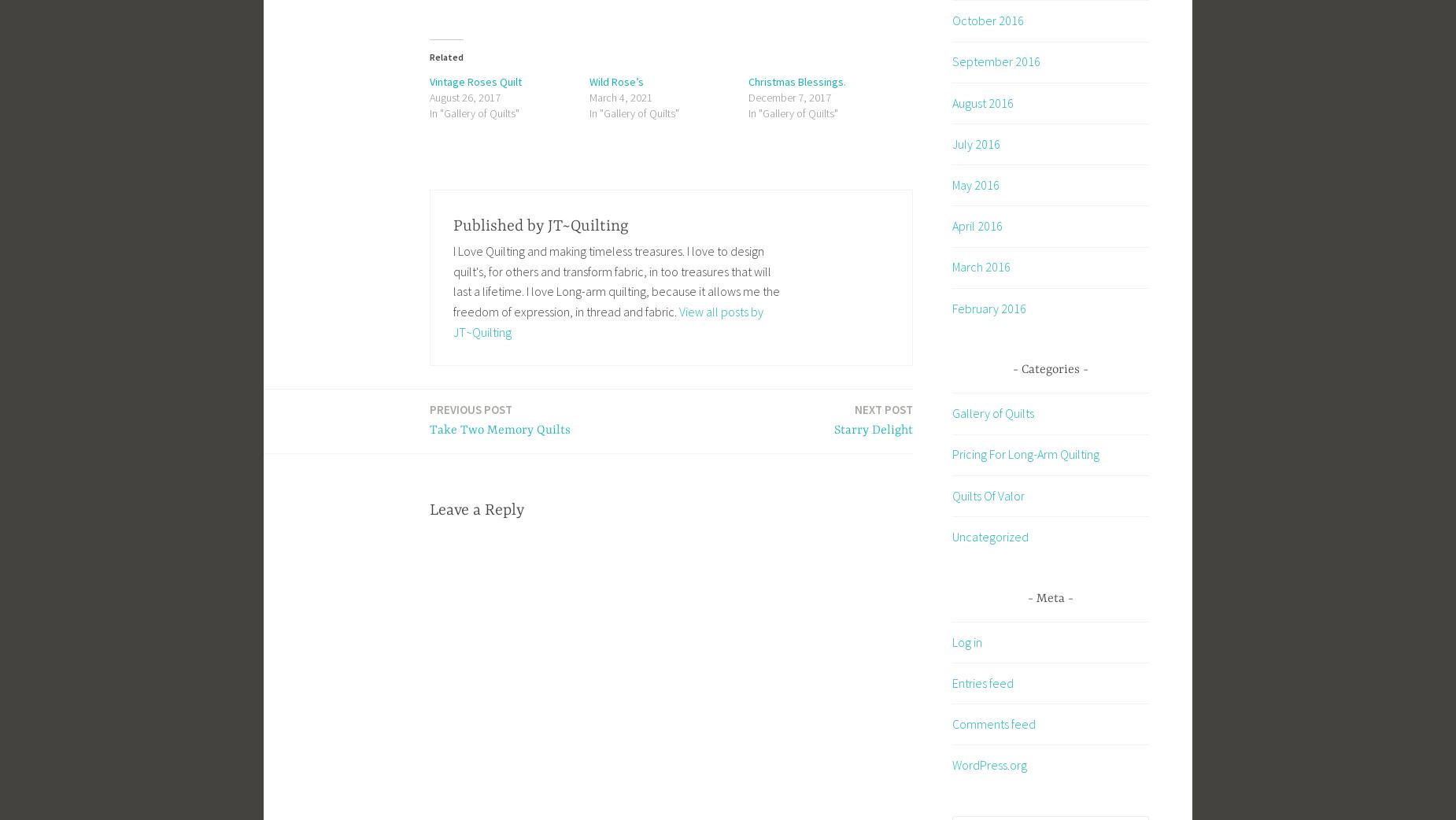 The width and height of the screenshot is (1456, 820). I want to click on 'Leave a Reply', so click(429, 510).